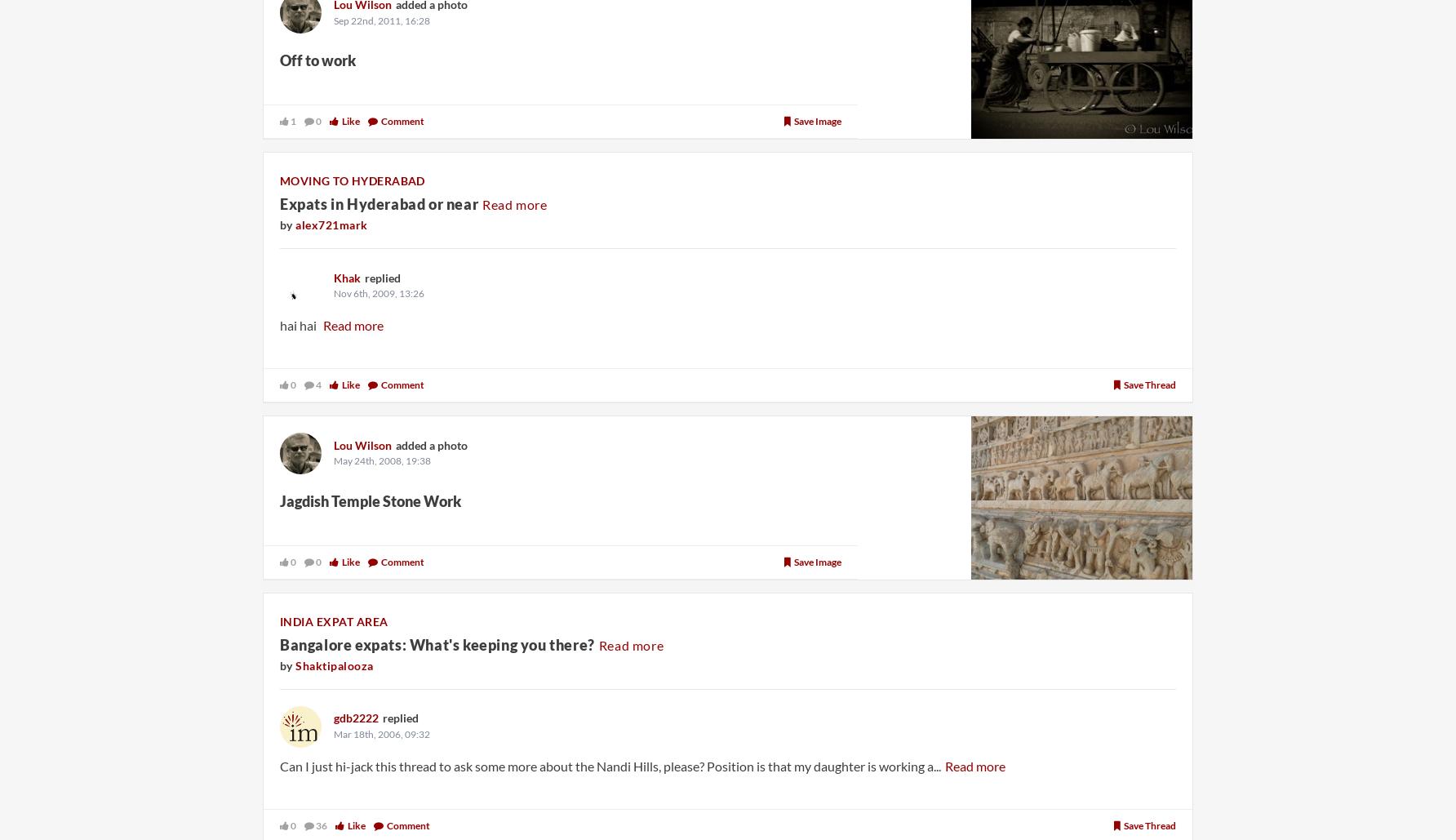 The height and width of the screenshot is (840, 1456). Describe the element at coordinates (331, 223) in the screenshot. I see `'alex721mark'` at that location.